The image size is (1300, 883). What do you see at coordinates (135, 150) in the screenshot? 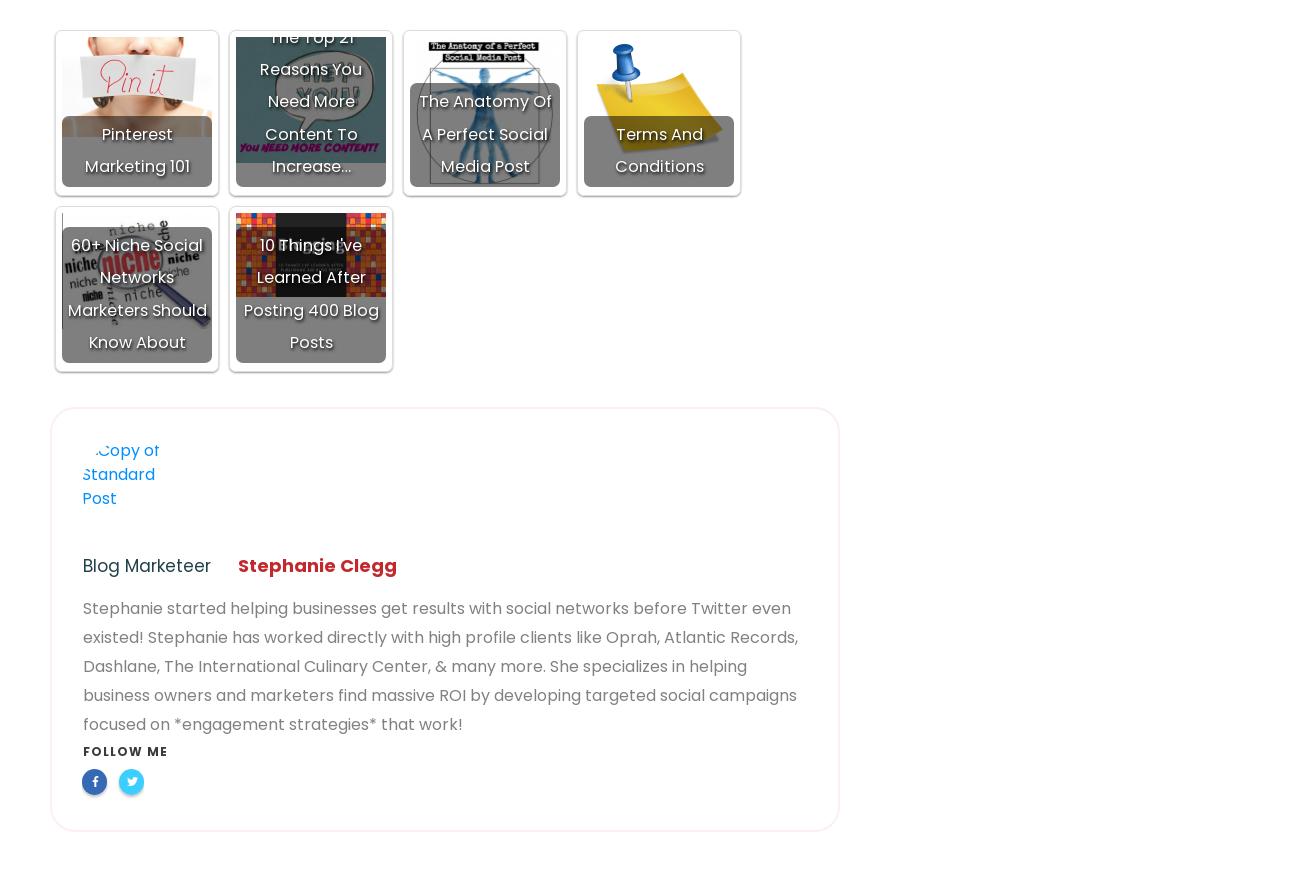
I see `'Pinterest Marketing 101'` at bounding box center [135, 150].